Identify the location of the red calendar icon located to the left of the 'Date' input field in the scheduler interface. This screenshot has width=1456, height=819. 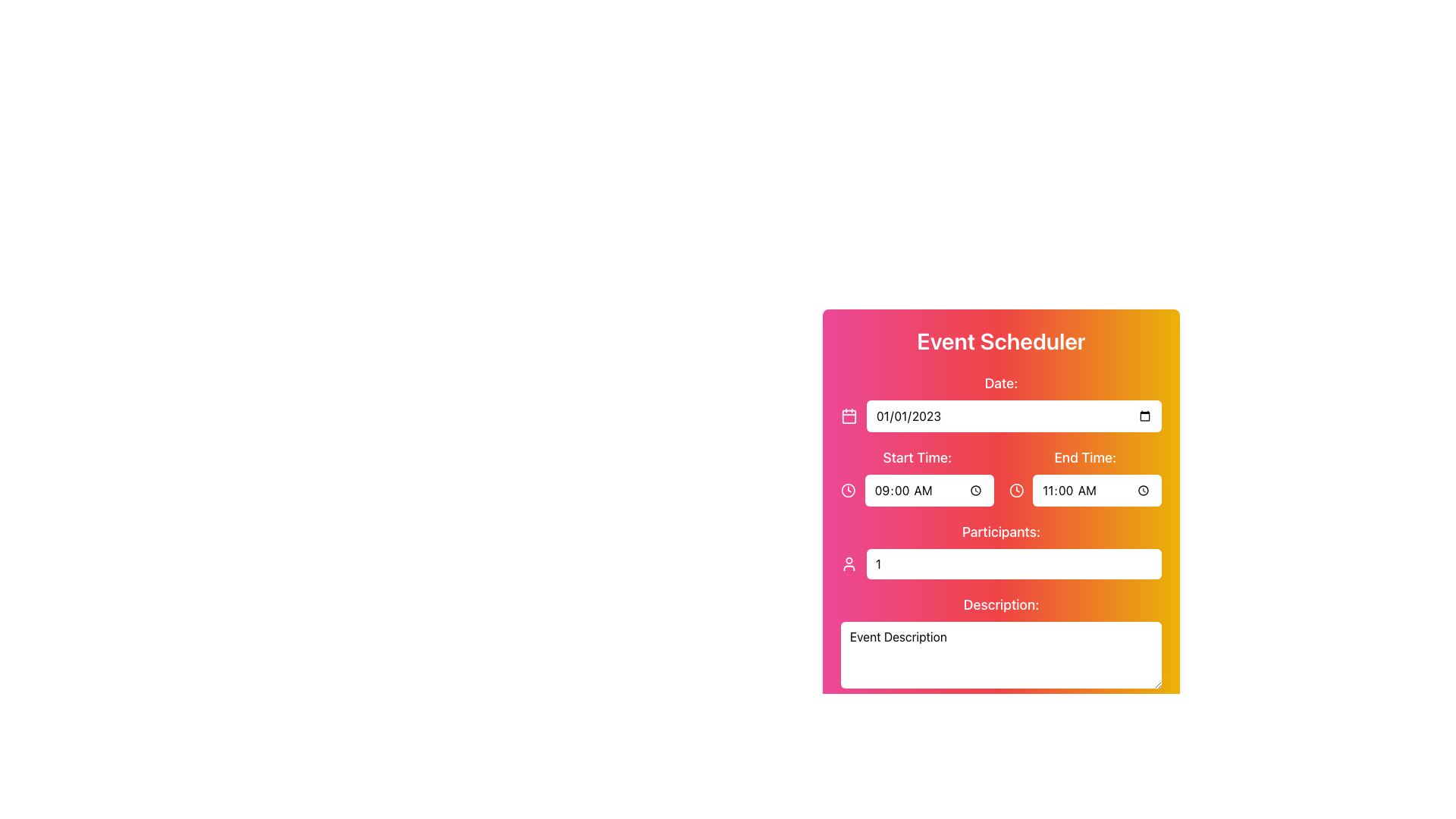
(848, 416).